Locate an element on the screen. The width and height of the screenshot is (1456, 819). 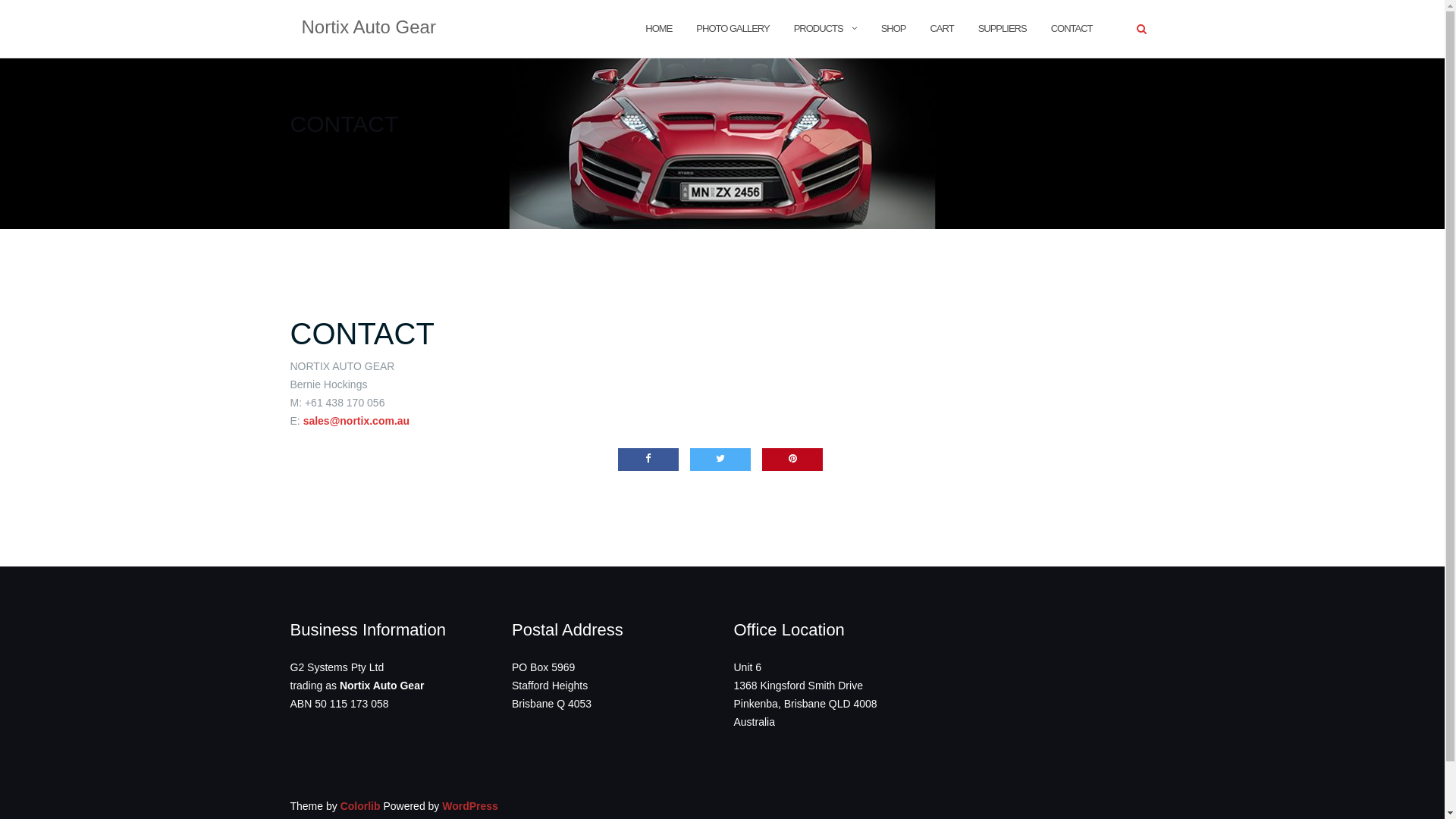
'CART' is located at coordinates (940, 28).